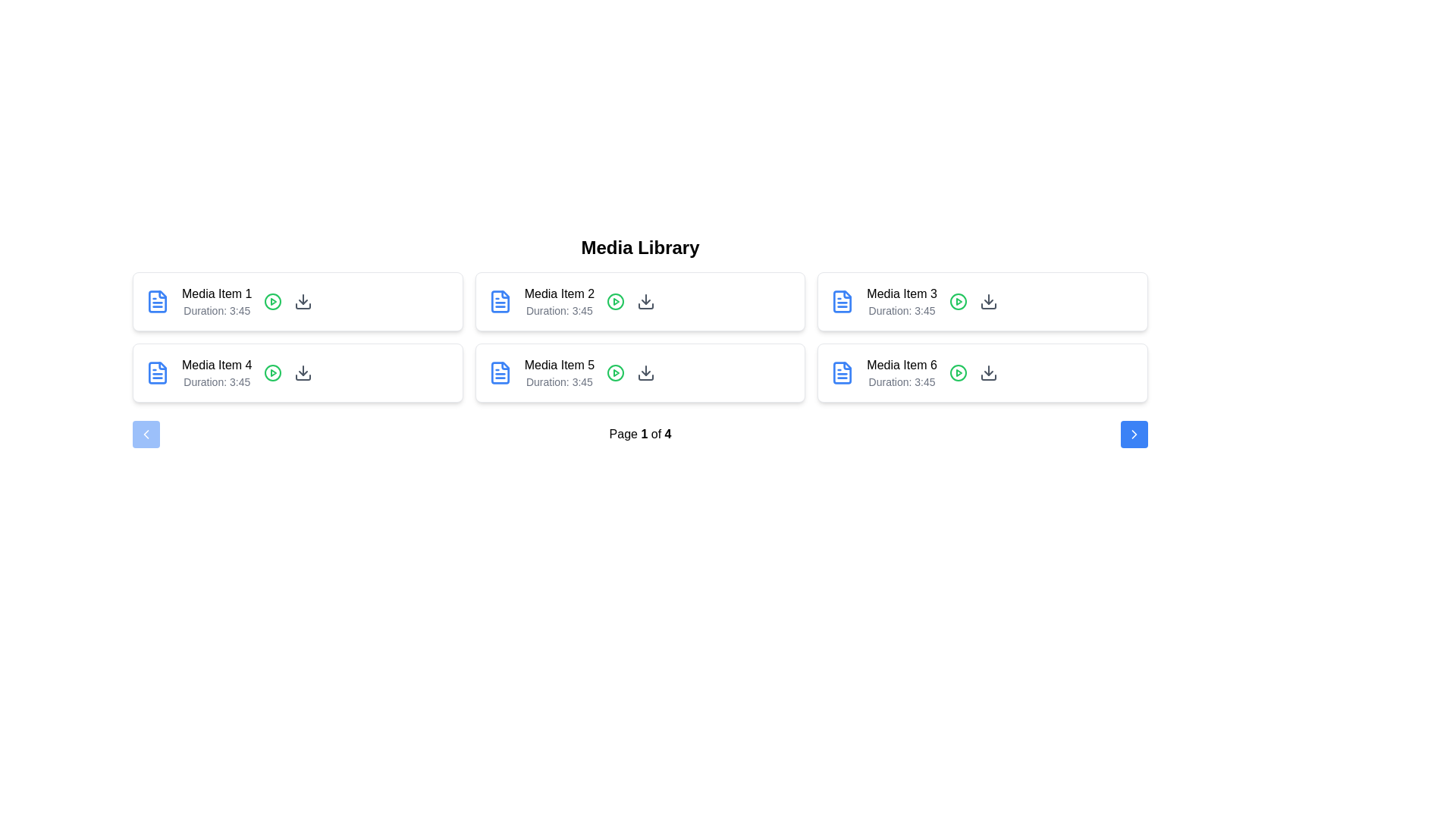 The image size is (1456, 819). Describe the element at coordinates (988, 373) in the screenshot. I see `the download icon located` at that location.